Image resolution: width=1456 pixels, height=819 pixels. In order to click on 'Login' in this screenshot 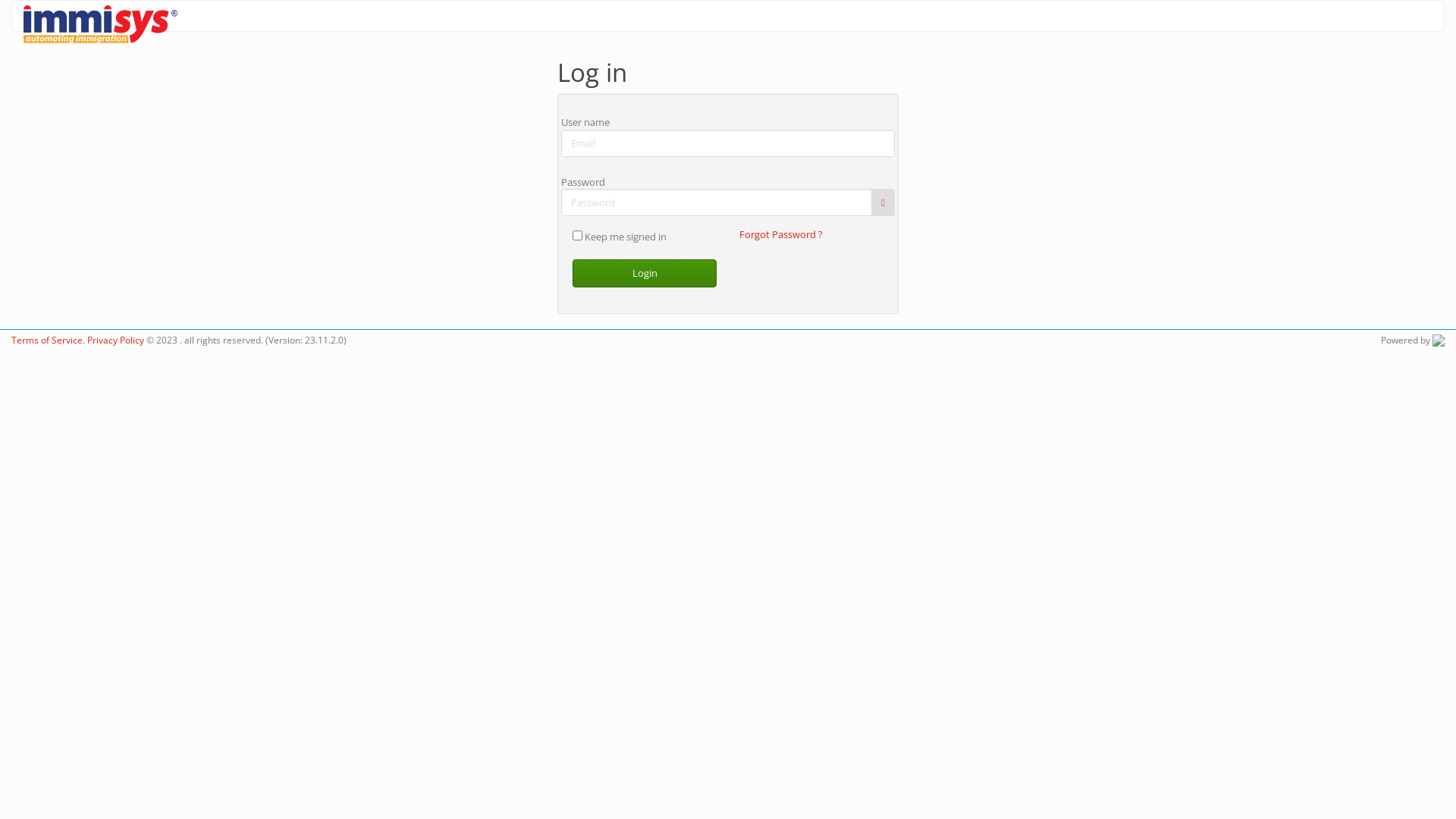, I will do `click(644, 273)`.